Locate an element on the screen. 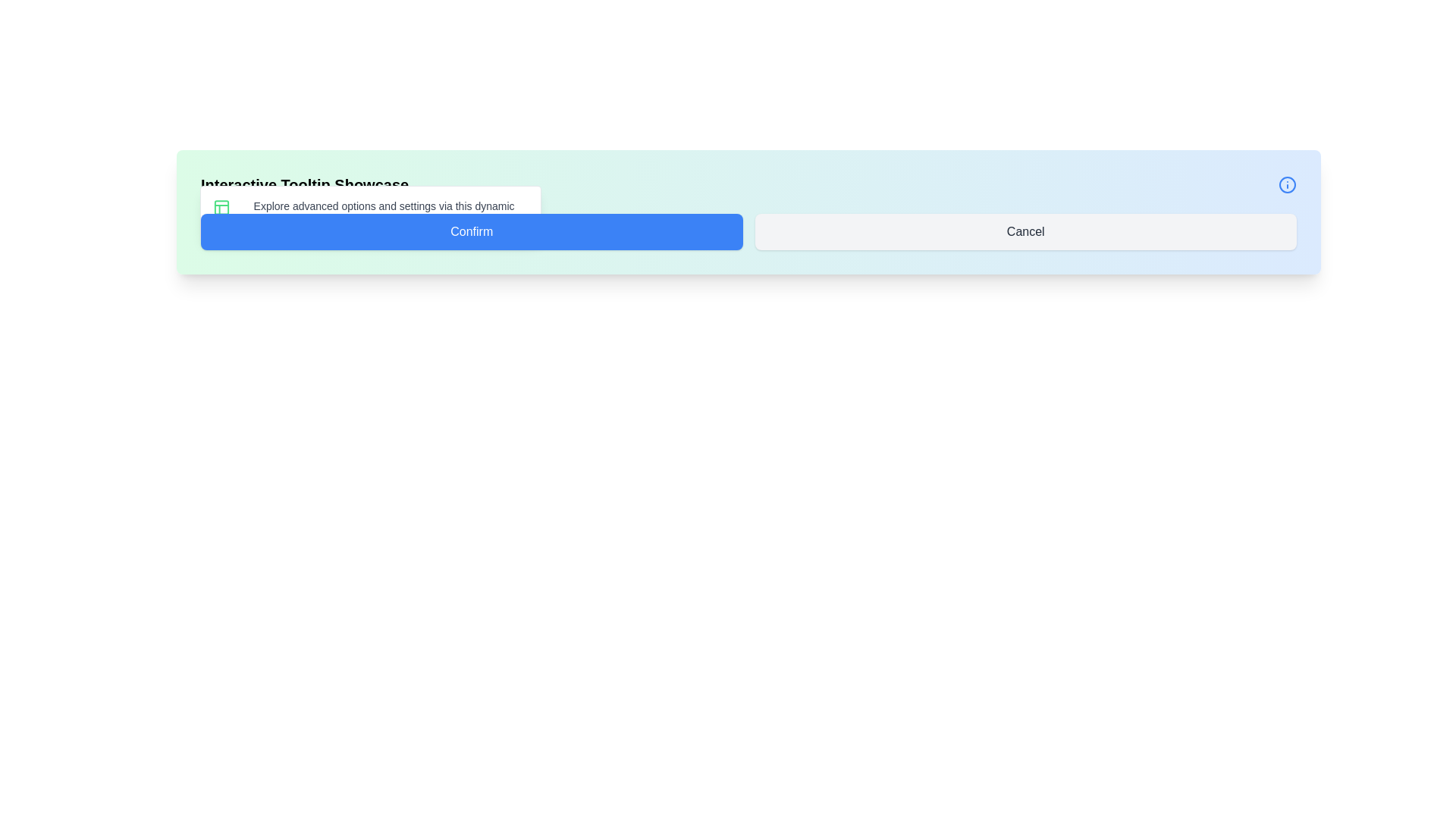 This screenshot has width=1456, height=819. the text element that reads 'Explore advanced options and settings via this dynamic feature.' which is styled as a paragraph of regular gray text, located next to an icon, above a blue button labeled 'Confirm.' is located at coordinates (371, 213).